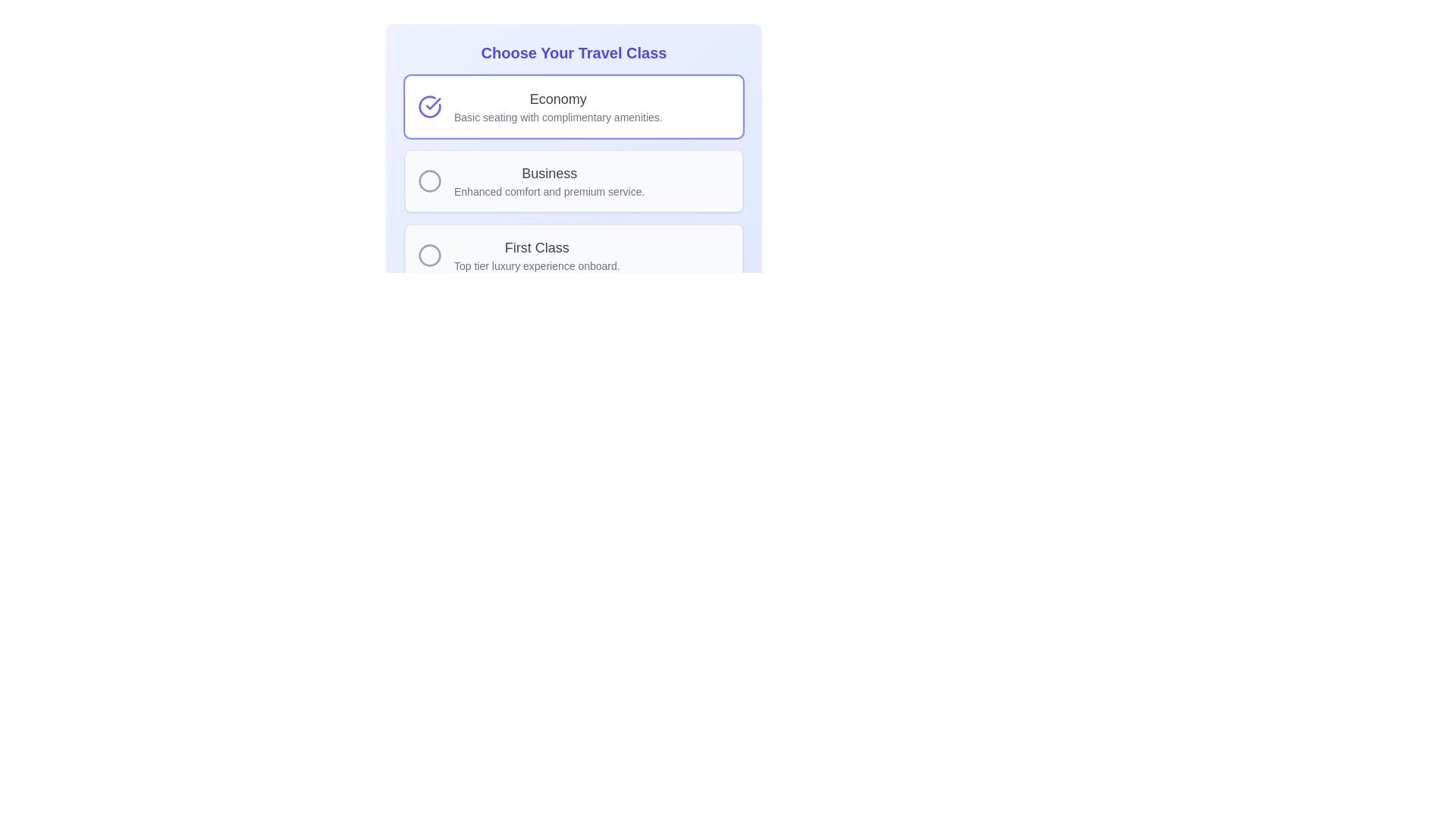 This screenshot has height=819, width=1456. Describe the element at coordinates (428, 106) in the screenshot. I see `the circular icon with a checkmark, styled in a gradient blue color, located at the beginning of the 'Economy' travel class option` at that location.